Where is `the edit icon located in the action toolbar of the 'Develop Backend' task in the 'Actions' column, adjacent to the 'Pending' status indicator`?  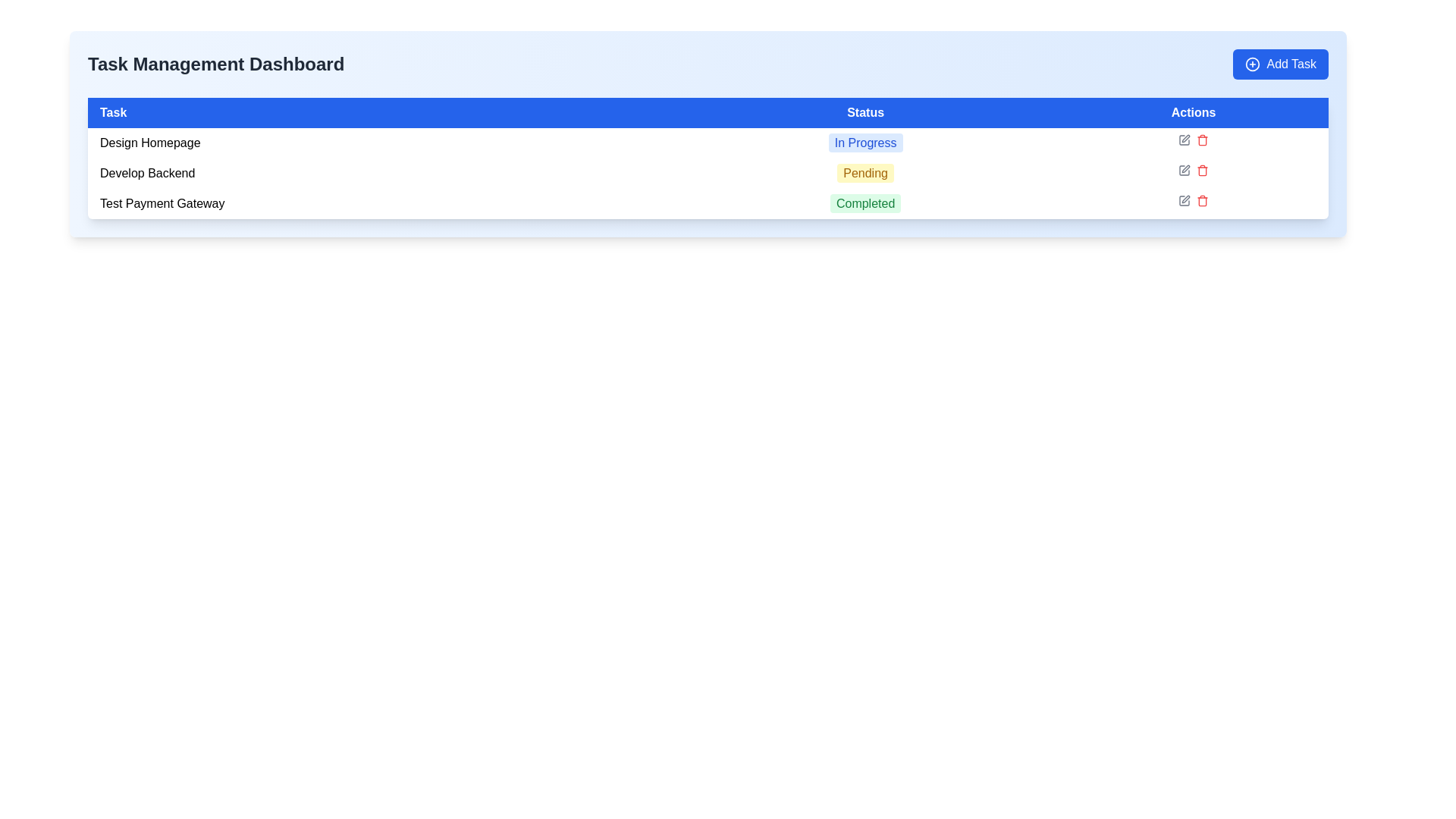 the edit icon located in the action toolbar of the 'Develop Backend' task in the 'Actions' column, adjacent to the 'Pending' status indicator is located at coordinates (1193, 170).